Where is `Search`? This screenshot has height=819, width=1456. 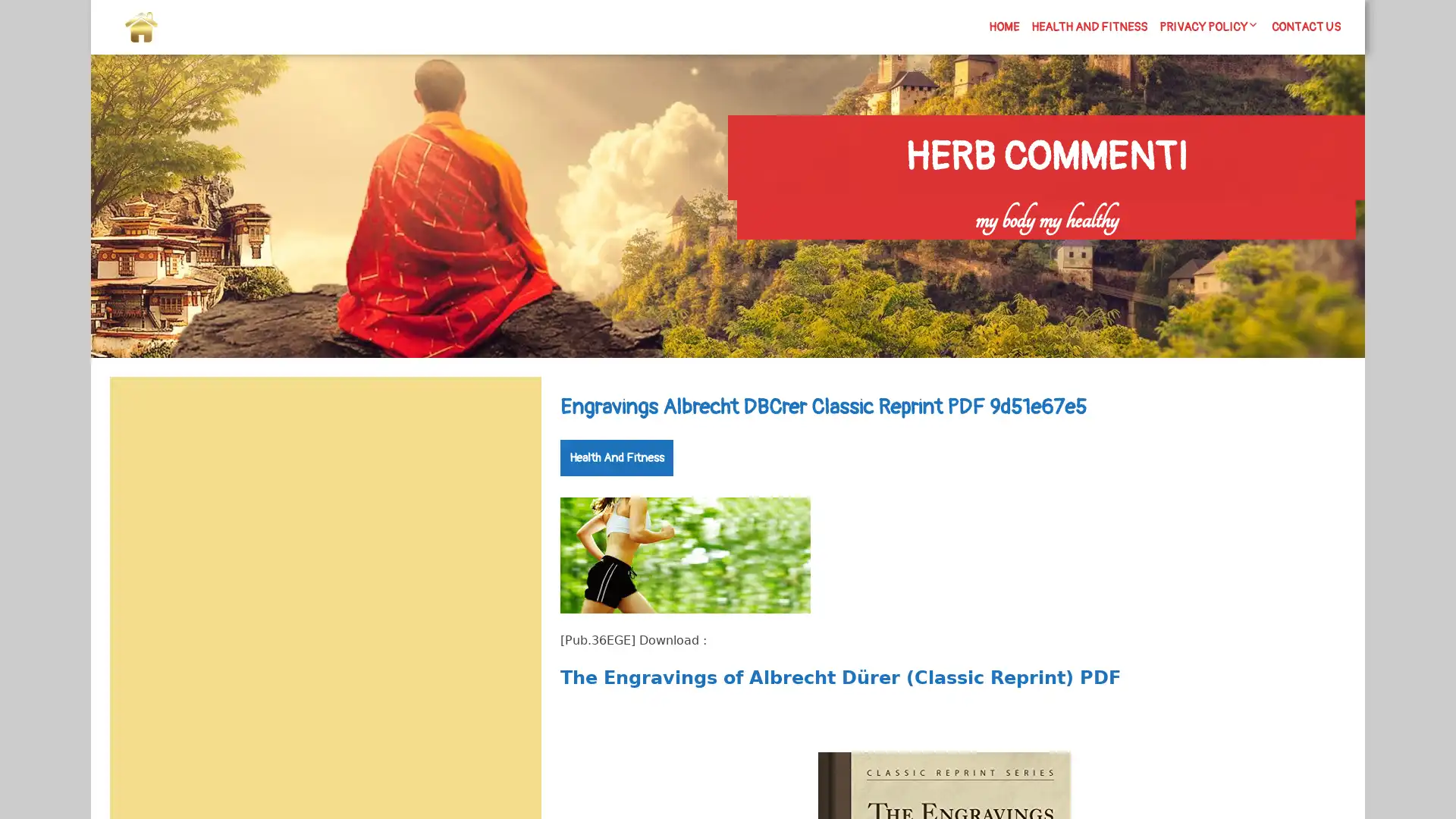
Search is located at coordinates (1181, 248).